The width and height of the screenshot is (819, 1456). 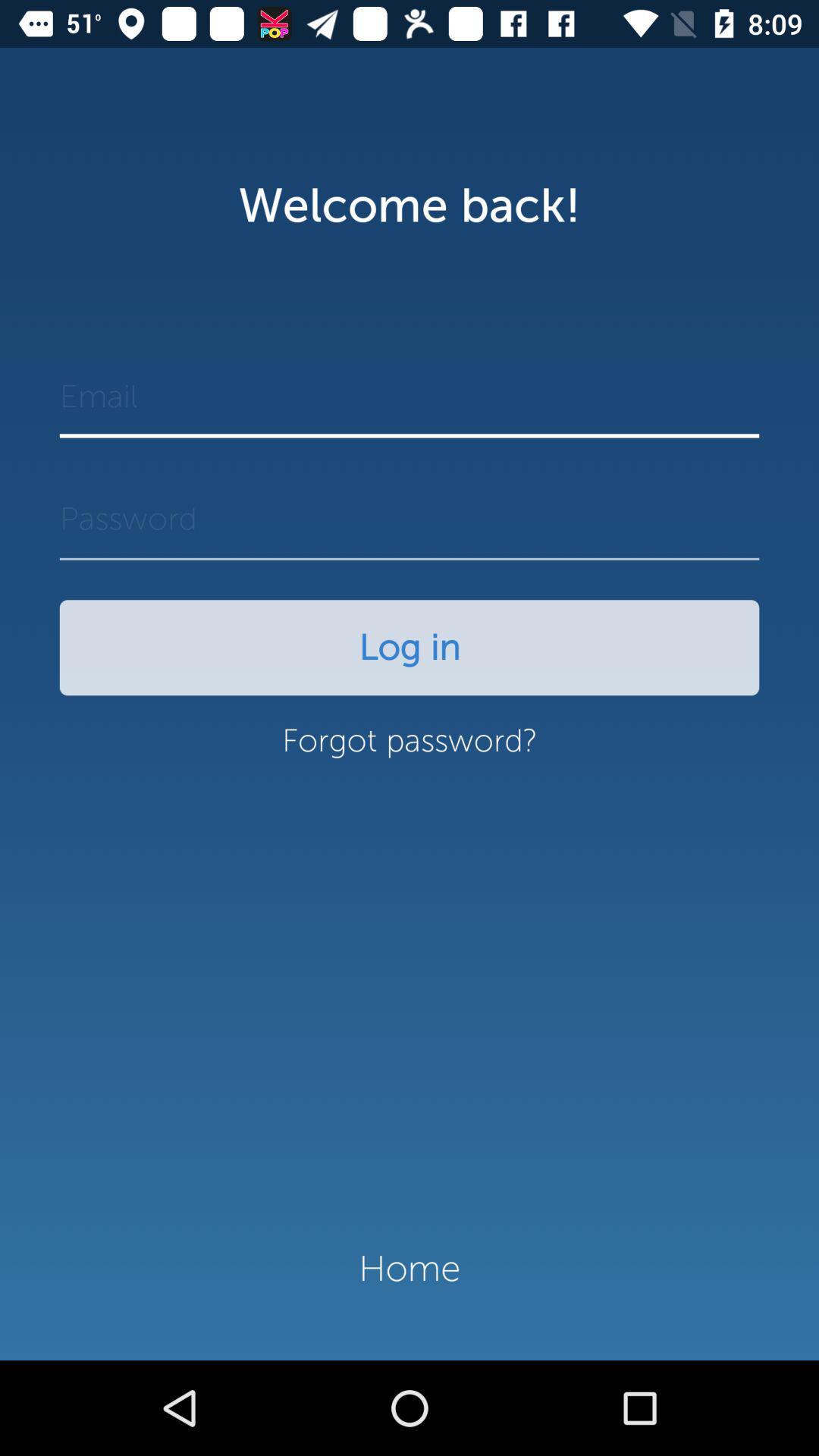 What do you see at coordinates (409, 1269) in the screenshot?
I see `home item` at bounding box center [409, 1269].